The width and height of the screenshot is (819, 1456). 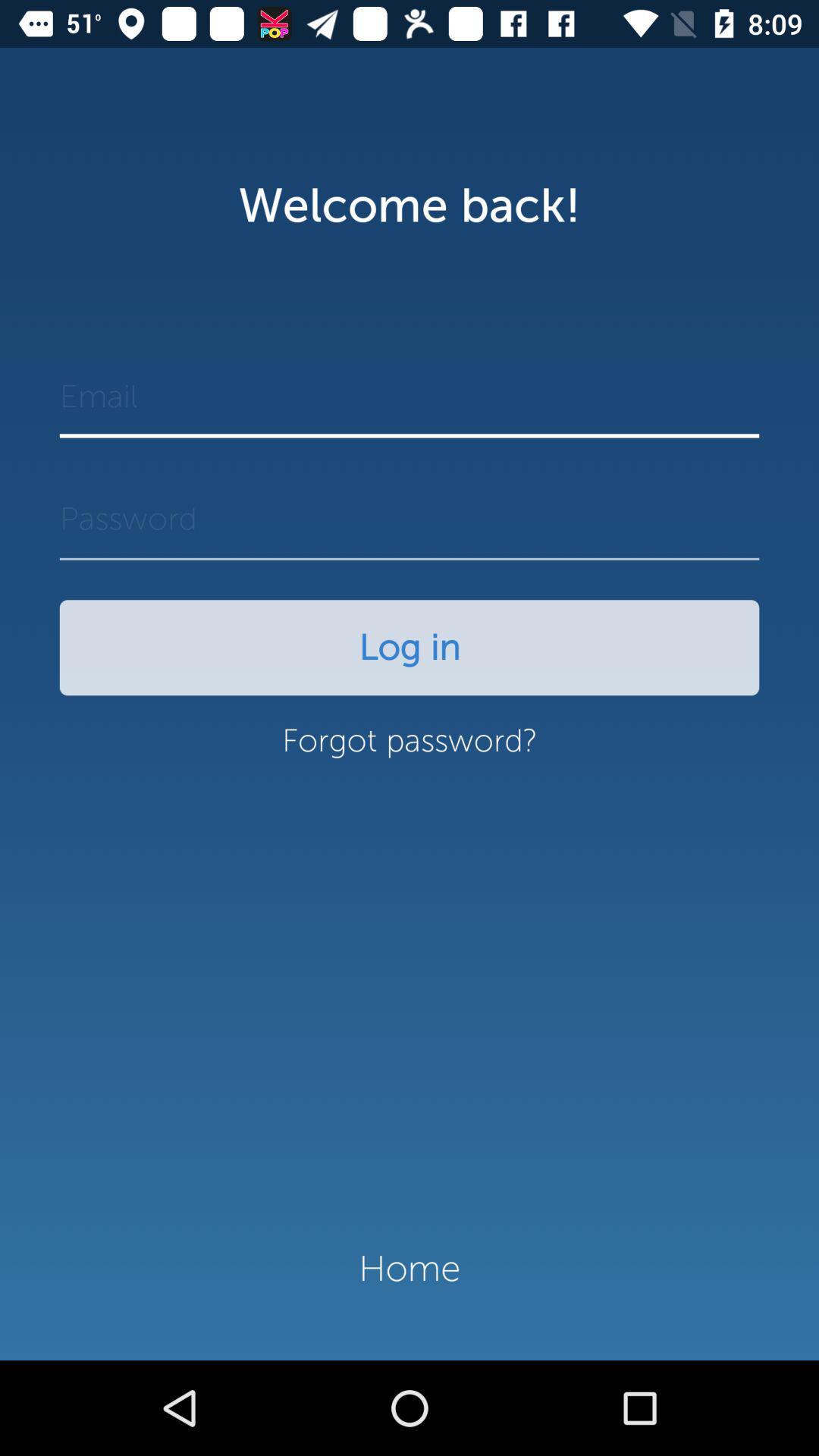 What do you see at coordinates (409, 1269) in the screenshot?
I see `home item` at bounding box center [409, 1269].